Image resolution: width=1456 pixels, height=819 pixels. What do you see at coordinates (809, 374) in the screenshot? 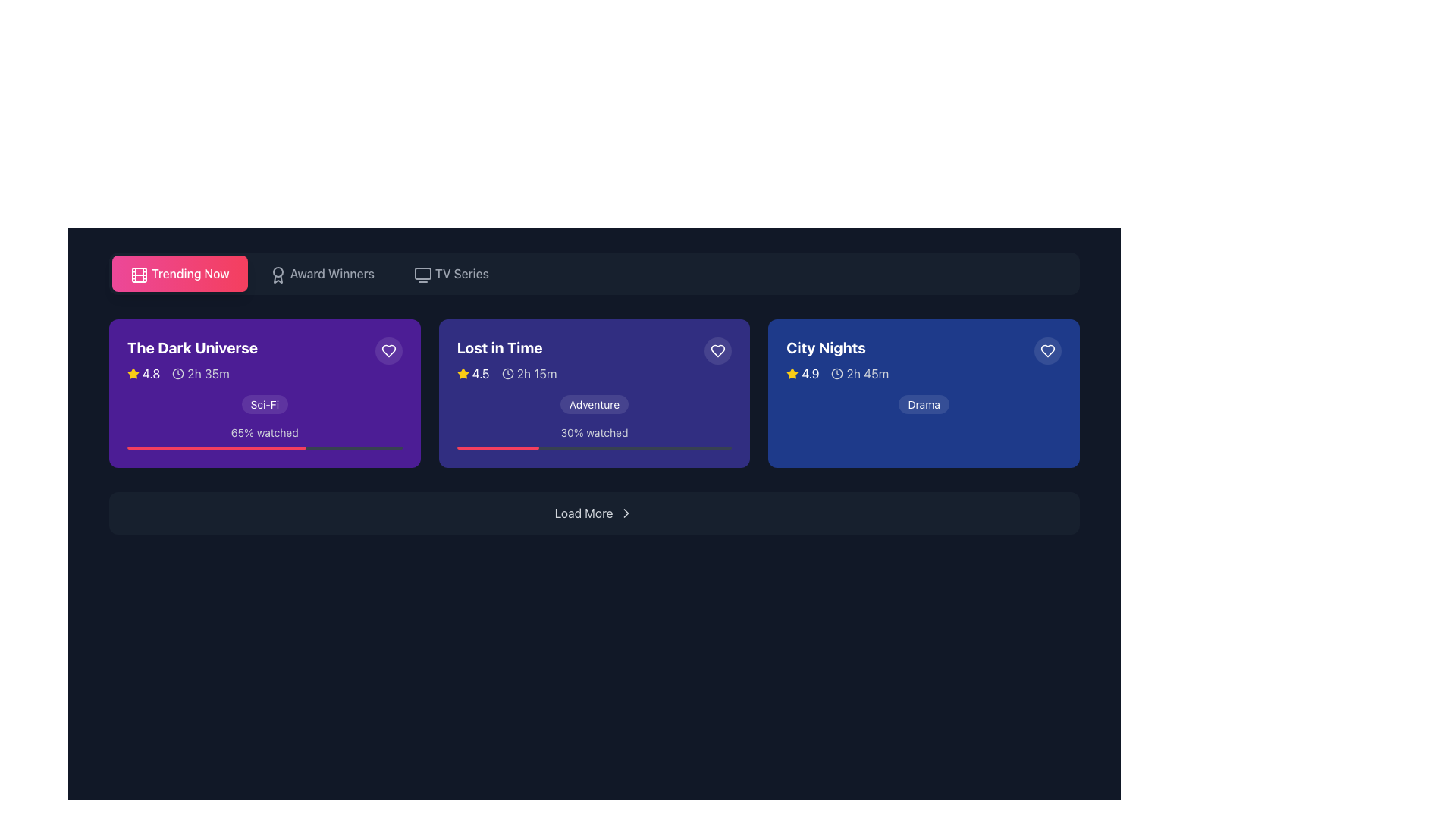
I see `the numeric rating text label '4.9' displayed in white on a blue background, located within the 'City Nights' movie card, to the right of a yellow star icon and above the duration text` at bounding box center [809, 374].